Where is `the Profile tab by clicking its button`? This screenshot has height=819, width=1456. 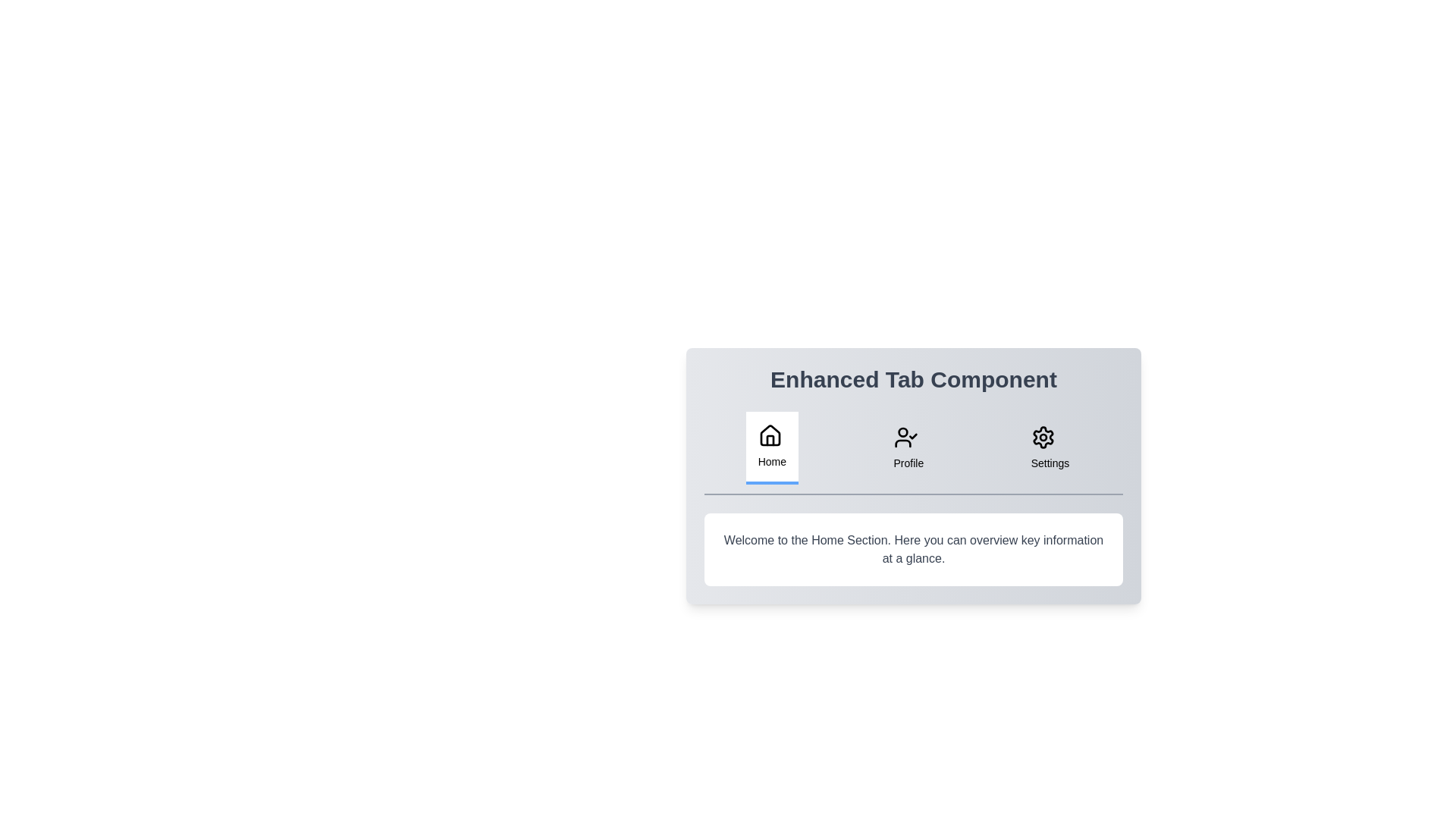
the Profile tab by clicking its button is located at coordinates (908, 447).